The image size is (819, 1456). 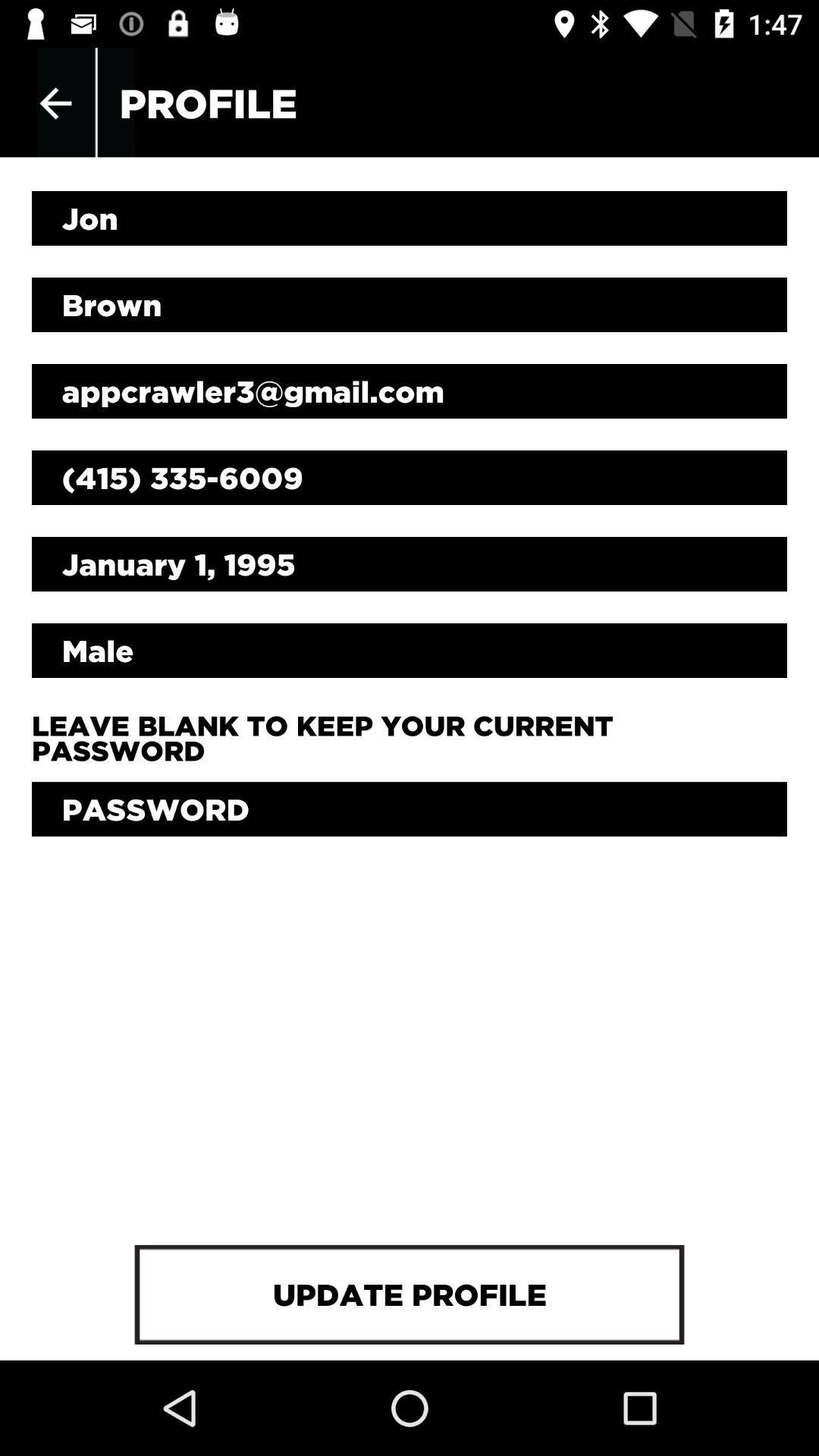 I want to click on the item next to profile icon, so click(x=55, y=102).